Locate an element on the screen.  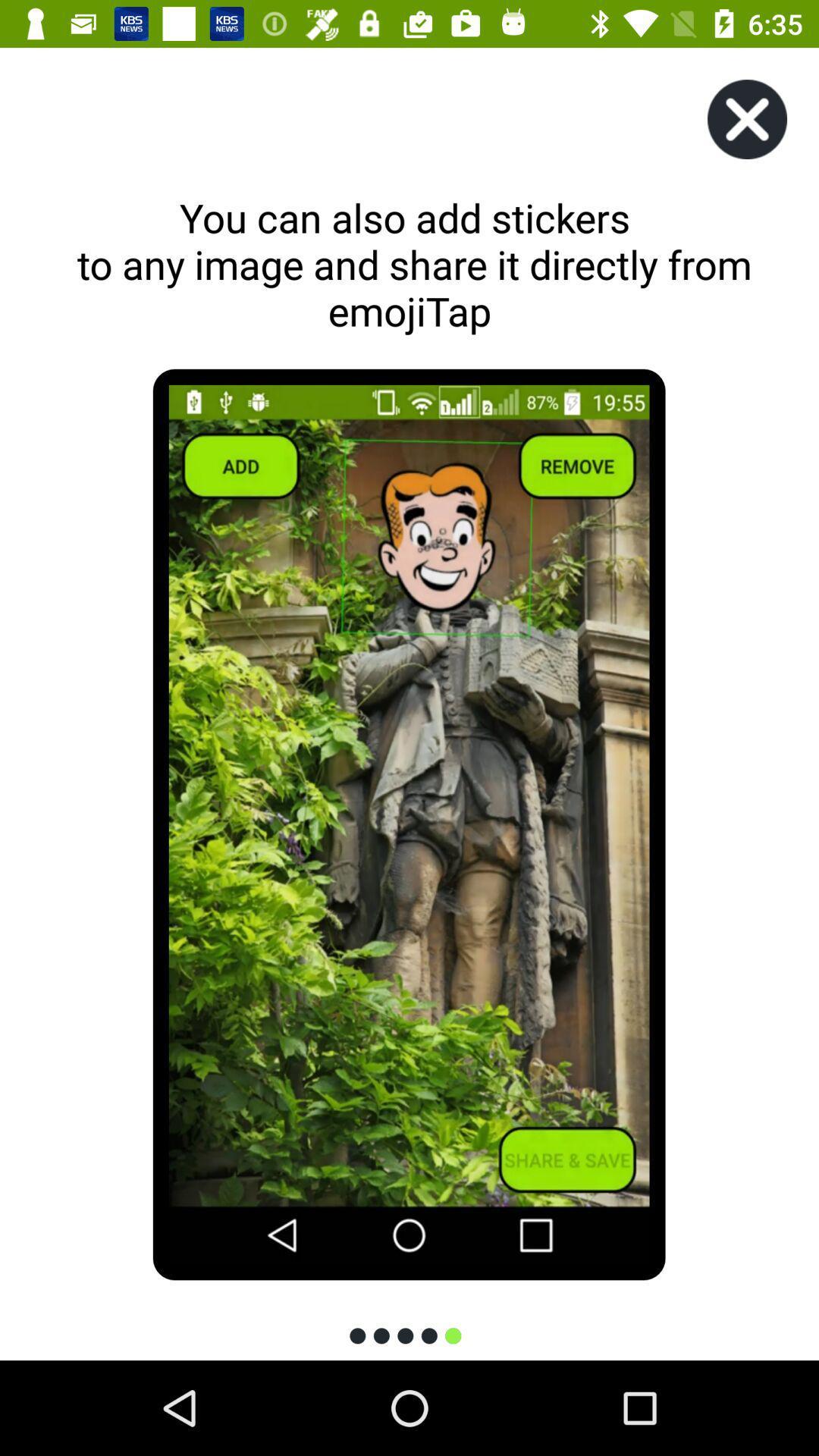
the icon at the top right corner is located at coordinates (746, 118).